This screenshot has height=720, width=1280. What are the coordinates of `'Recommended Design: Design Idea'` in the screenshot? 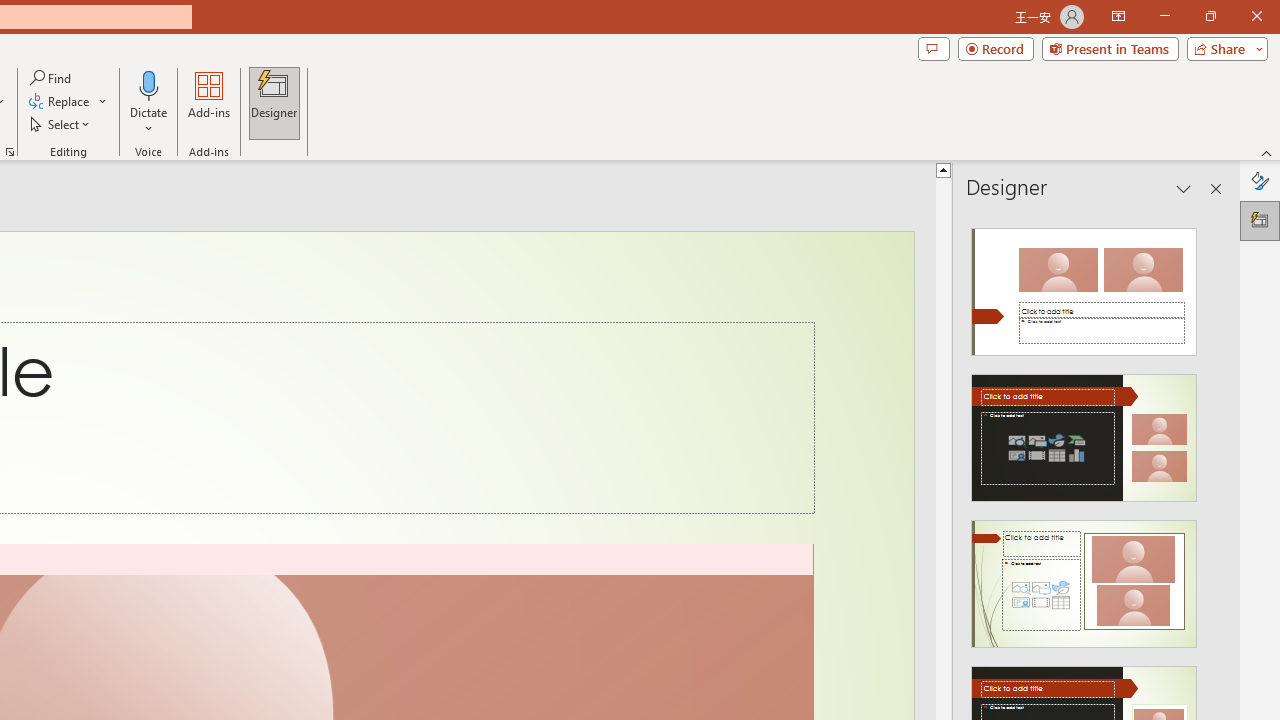 It's located at (1083, 286).